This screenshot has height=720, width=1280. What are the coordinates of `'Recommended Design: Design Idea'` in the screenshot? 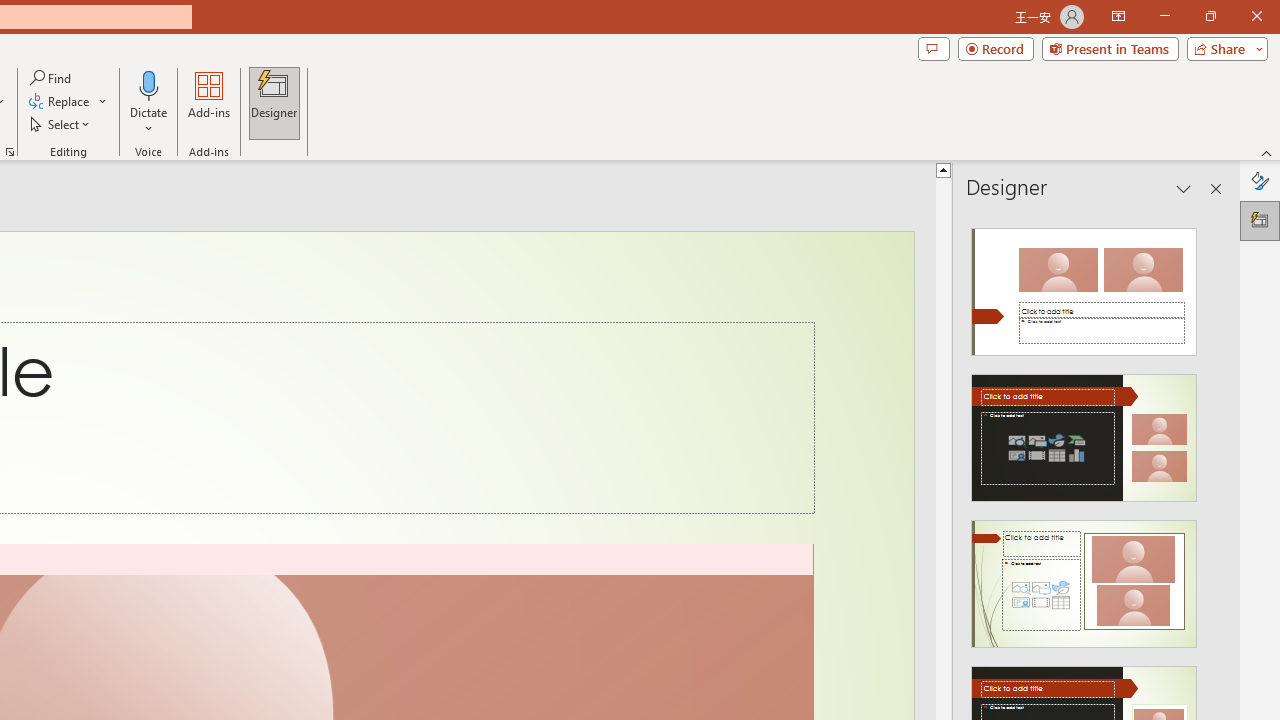 It's located at (1083, 286).